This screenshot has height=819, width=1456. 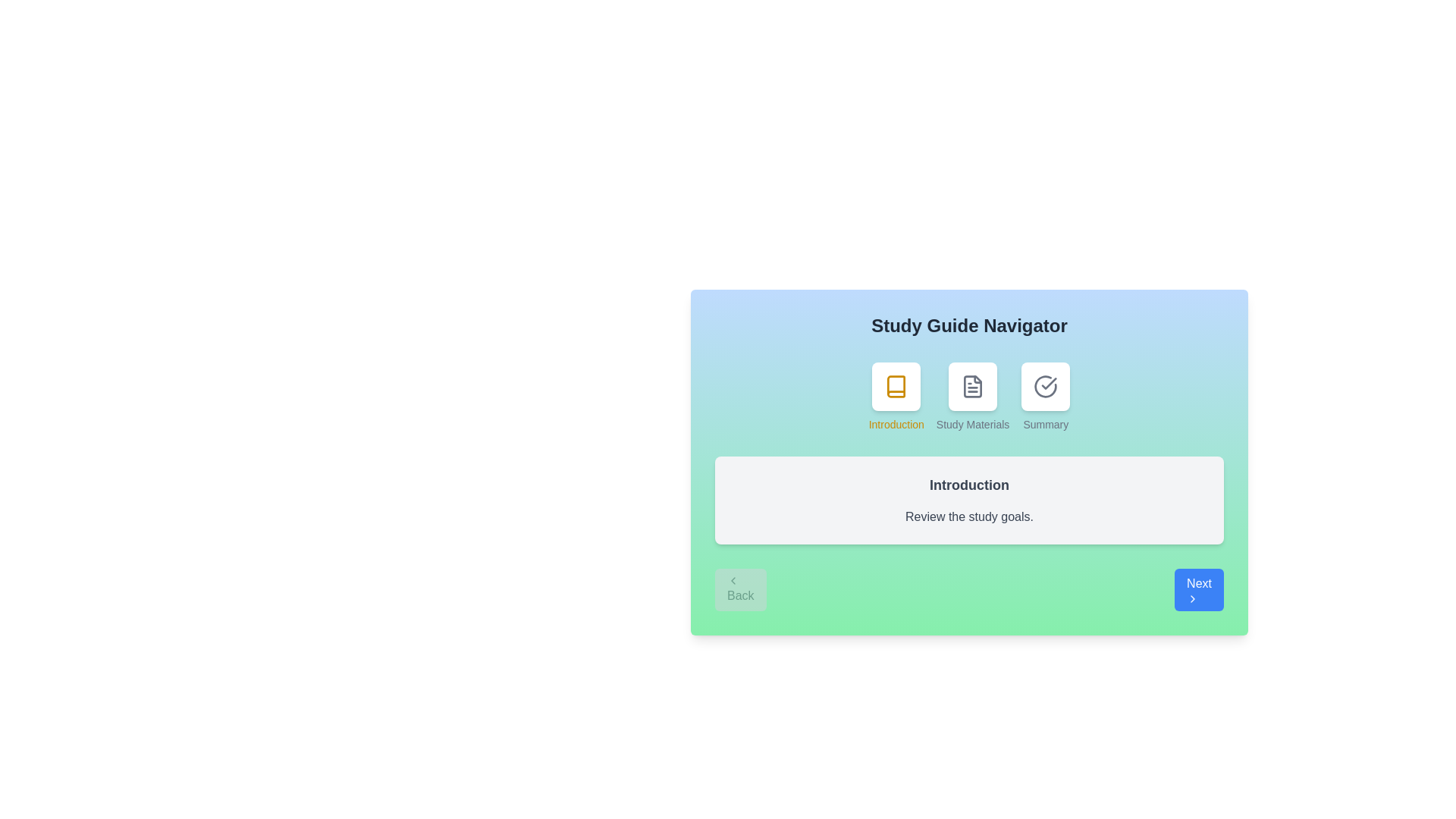 I want to click on the step icon corresponding to Summary to view its content, so click(x=1044, y=397).